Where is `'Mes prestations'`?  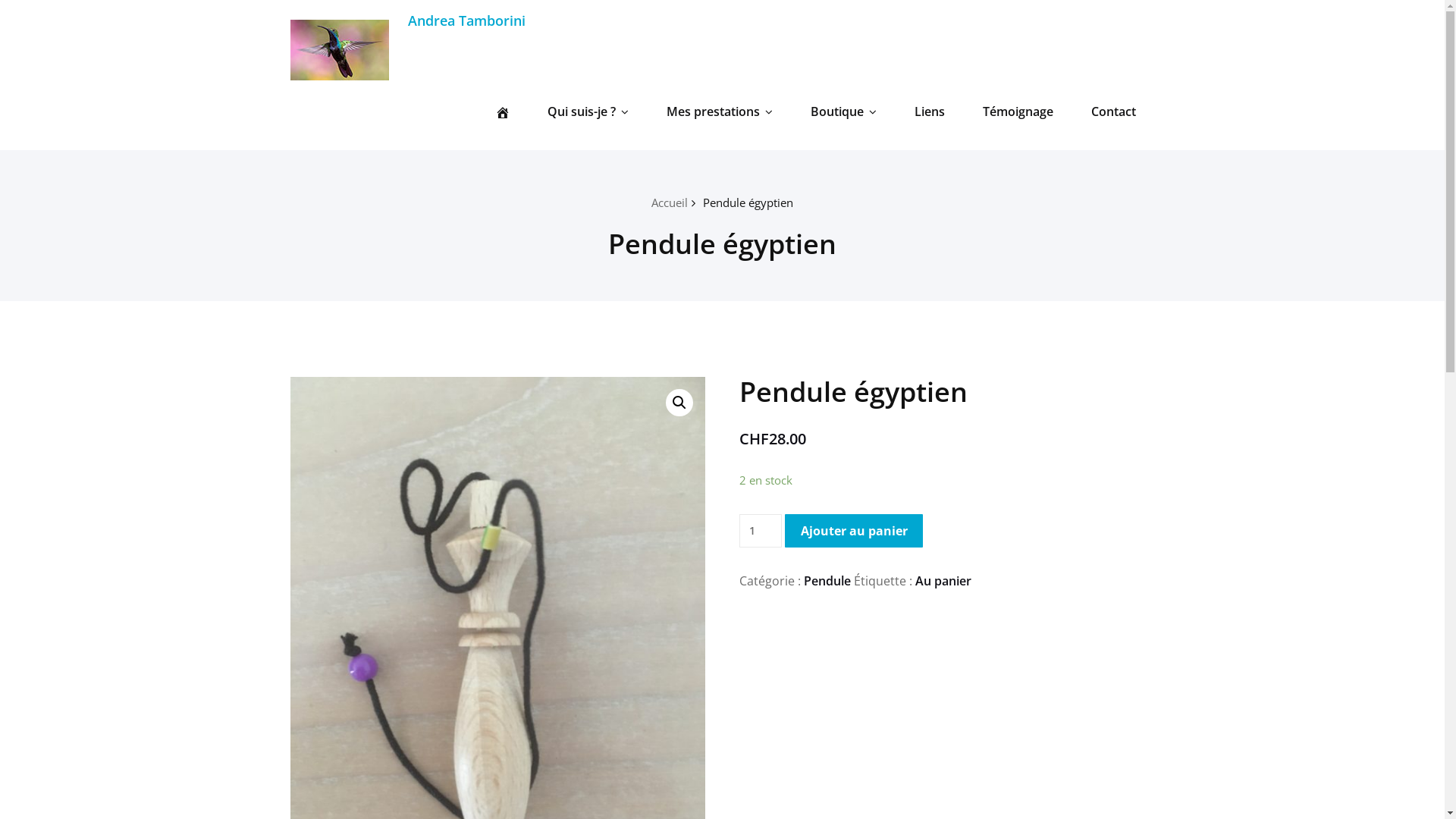
'Mes prestations' is located at coordinates (719, 110).